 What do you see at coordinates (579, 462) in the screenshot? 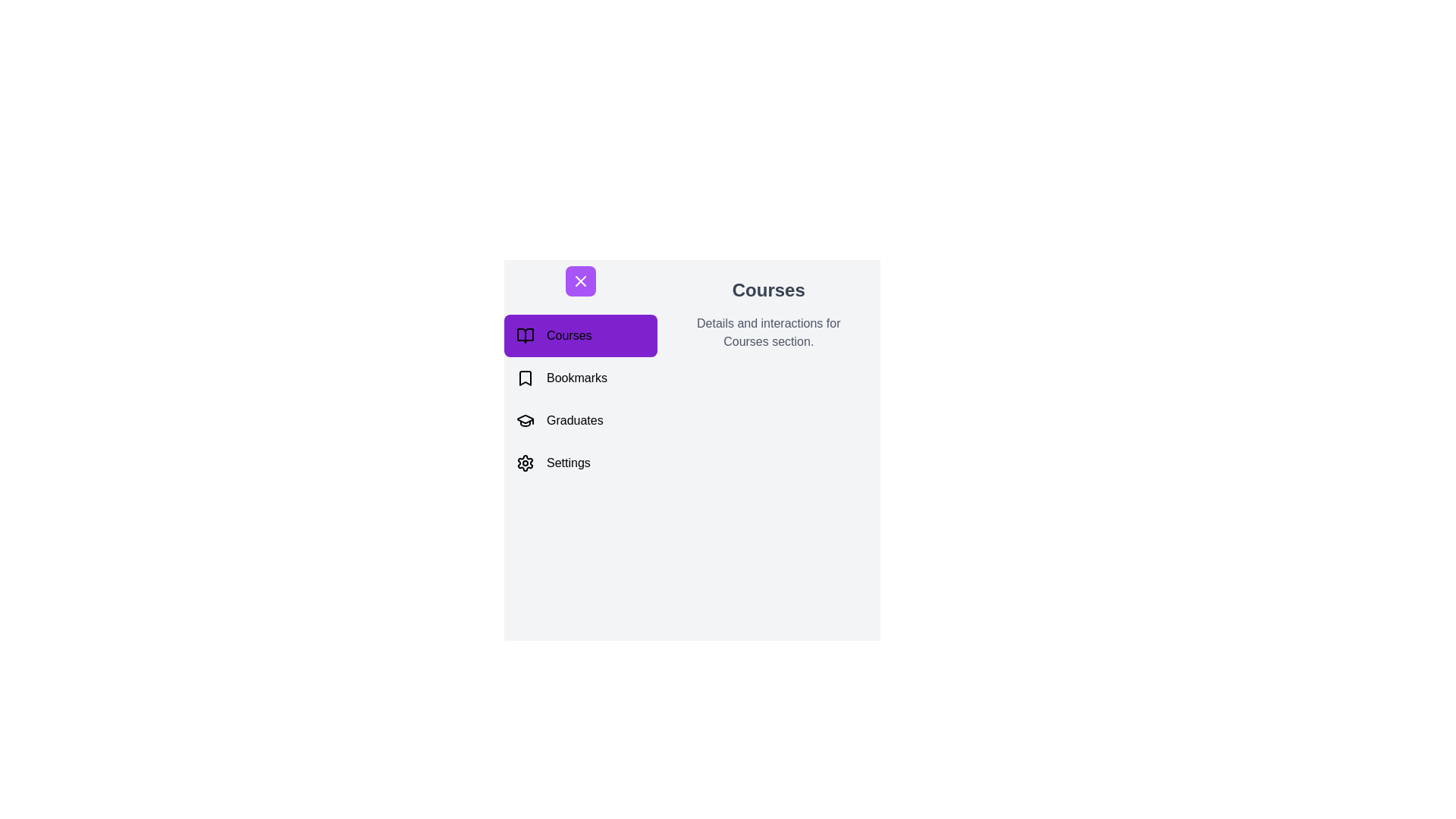
I see `the navigation item Settings to preview its action` at bounding box center [579, 462].